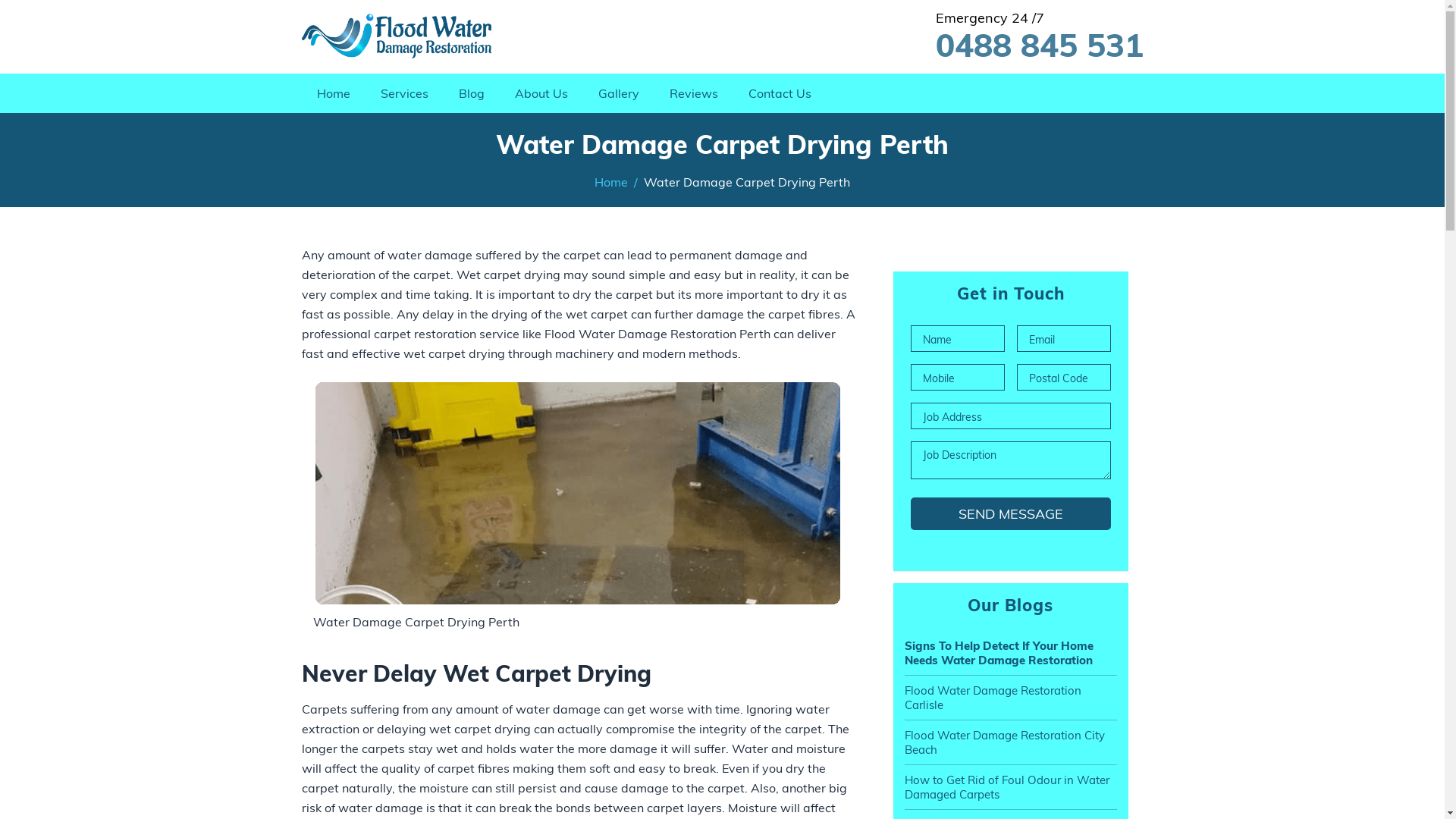 Image resolution: width=1456 pixels, height=819 pixels. Describe the element at coordinates (618, 93) in the screenshot. I see `'Gallery'` at that location.